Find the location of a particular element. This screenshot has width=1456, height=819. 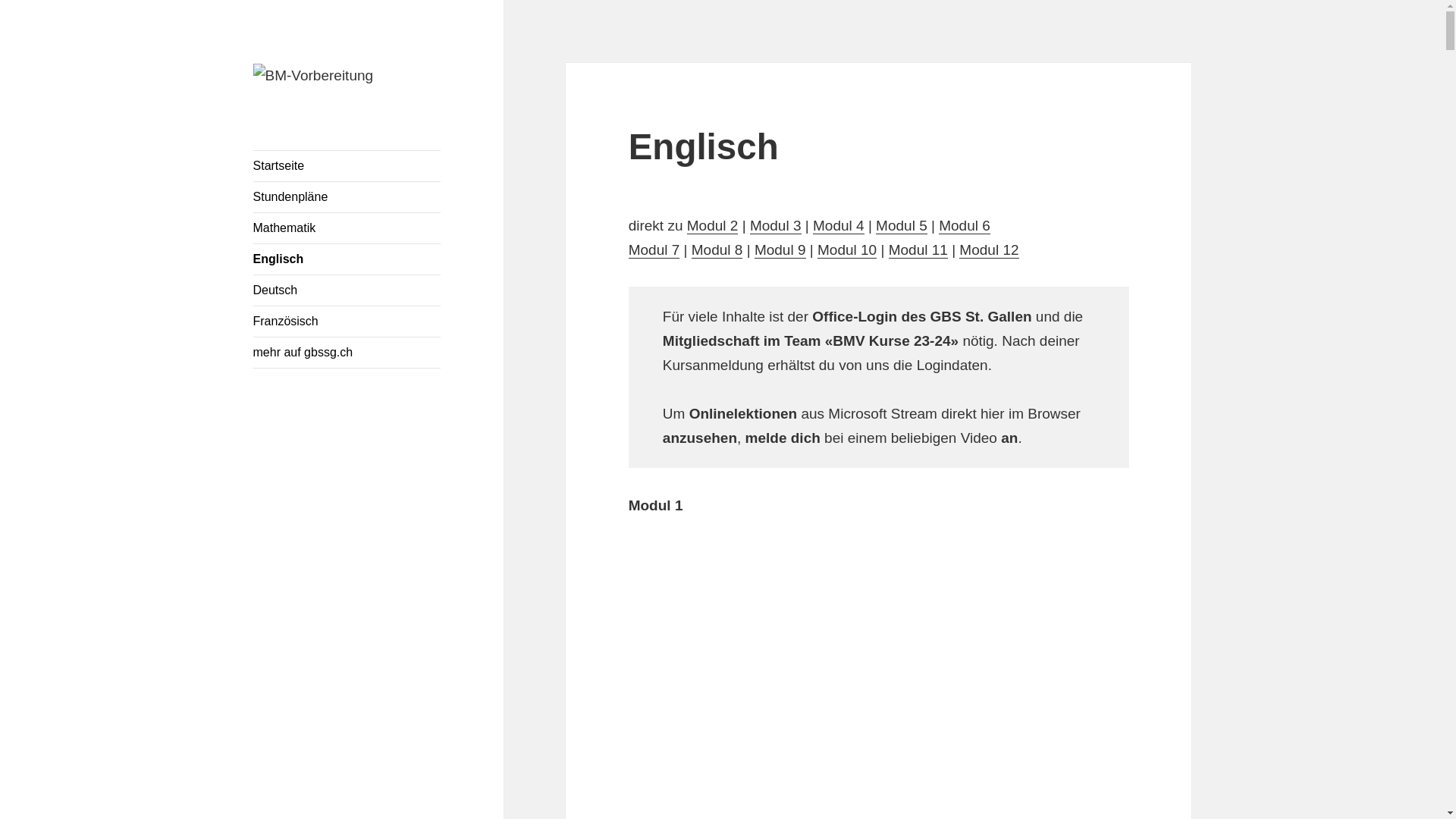

'Modul 2' is located at coordinates (712, 225).